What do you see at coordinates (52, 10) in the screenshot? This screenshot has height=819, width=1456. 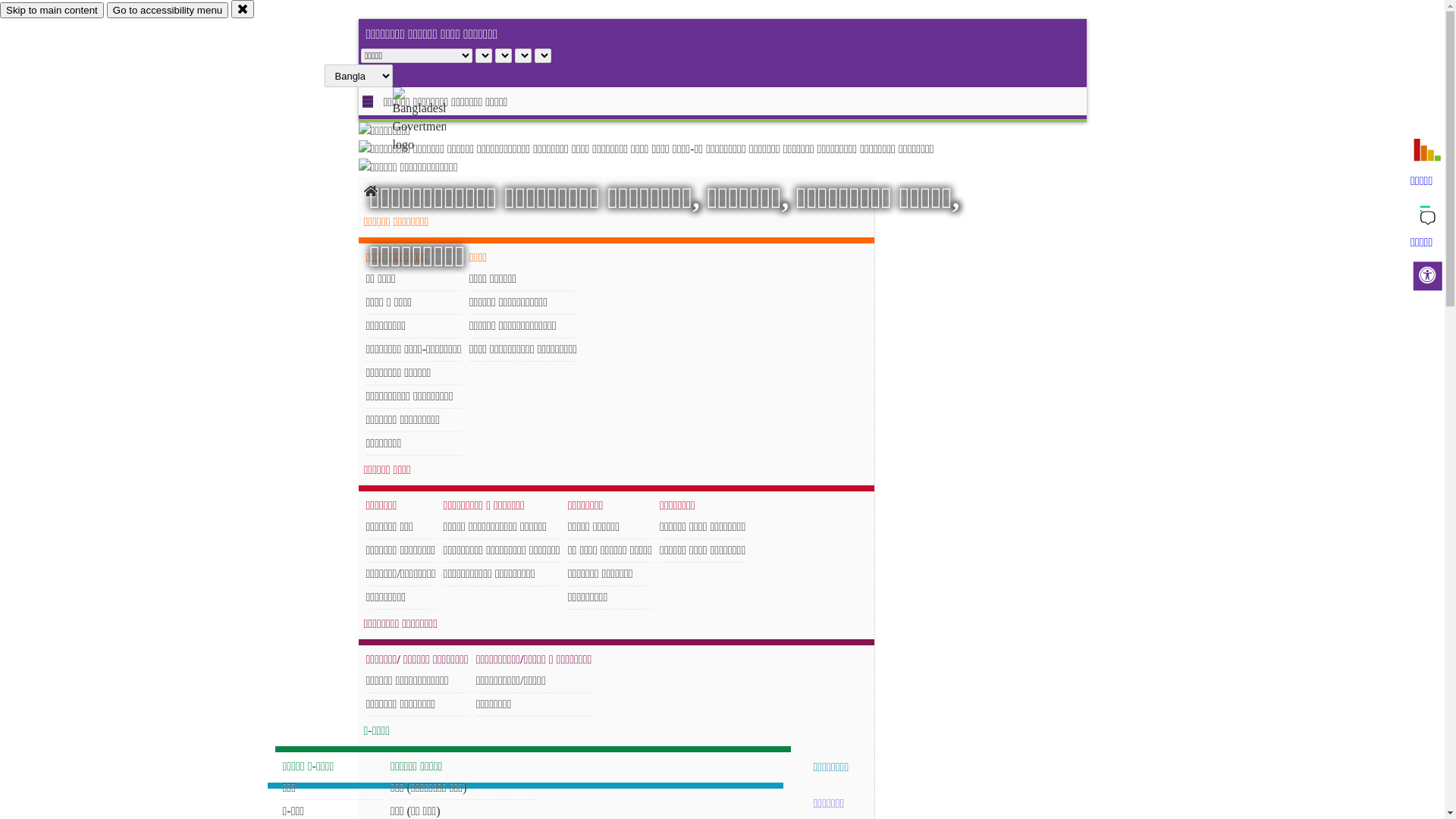 I see `'Skip to main content'` at bounding box center [52, 10].